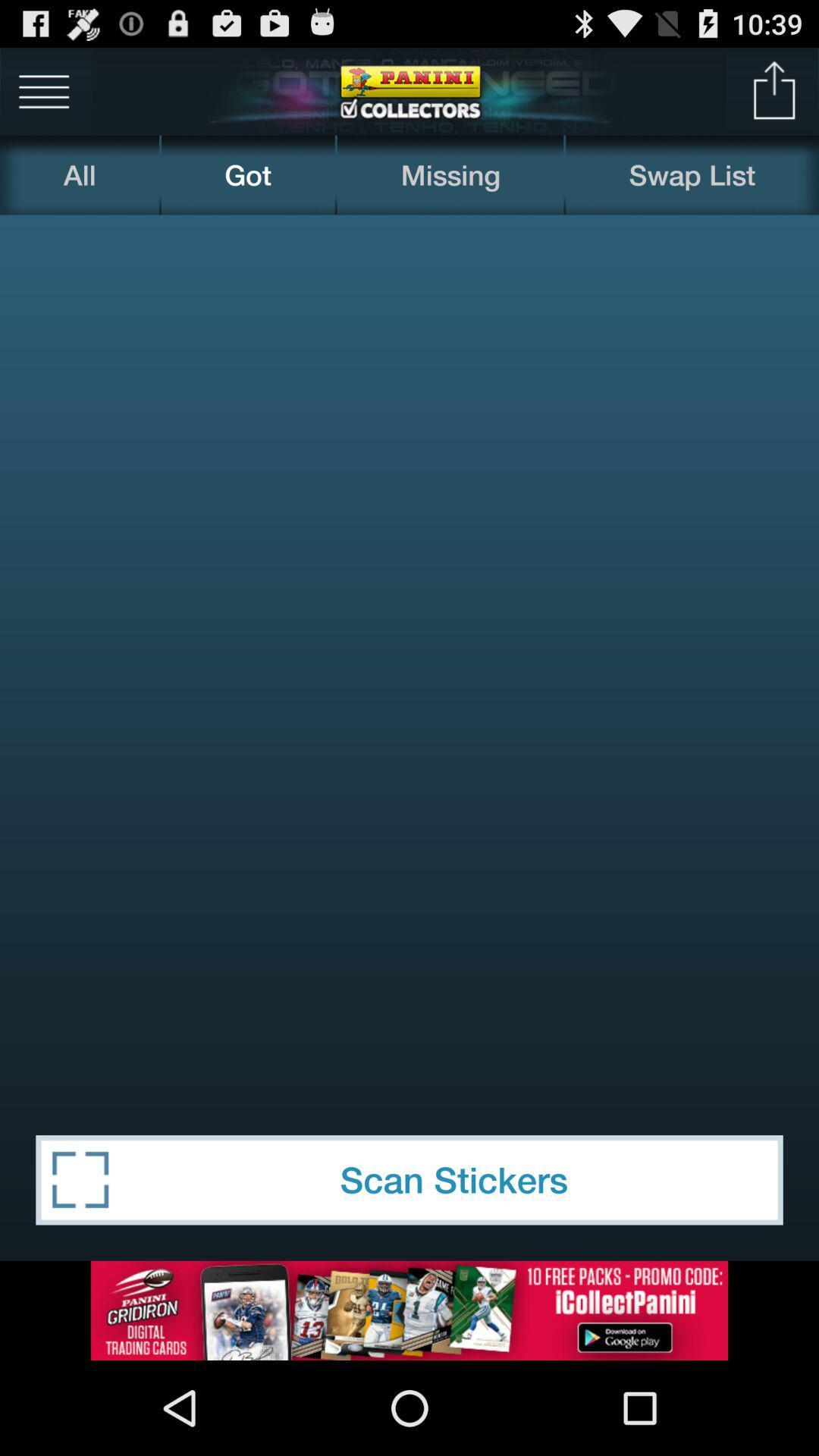 Image resolution: width=819 pixels, height=1456 pixels. I want to click on icon above the swap list icon, so click(774, 90).